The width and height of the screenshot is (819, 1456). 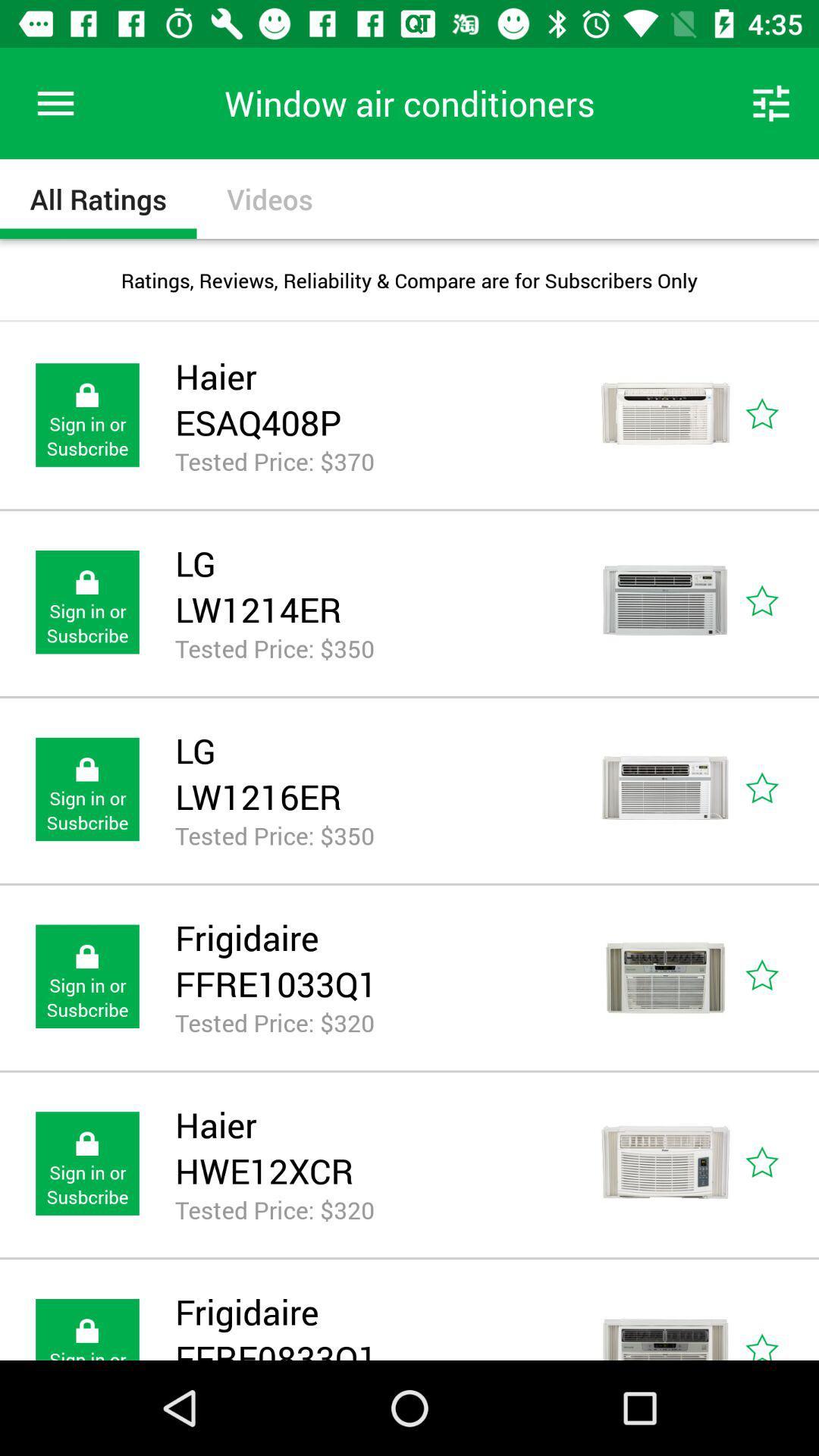 What do you see at coordinates (779, 1163) in the screenshot?
I see `favorite` at bounding box center [779, 1163].